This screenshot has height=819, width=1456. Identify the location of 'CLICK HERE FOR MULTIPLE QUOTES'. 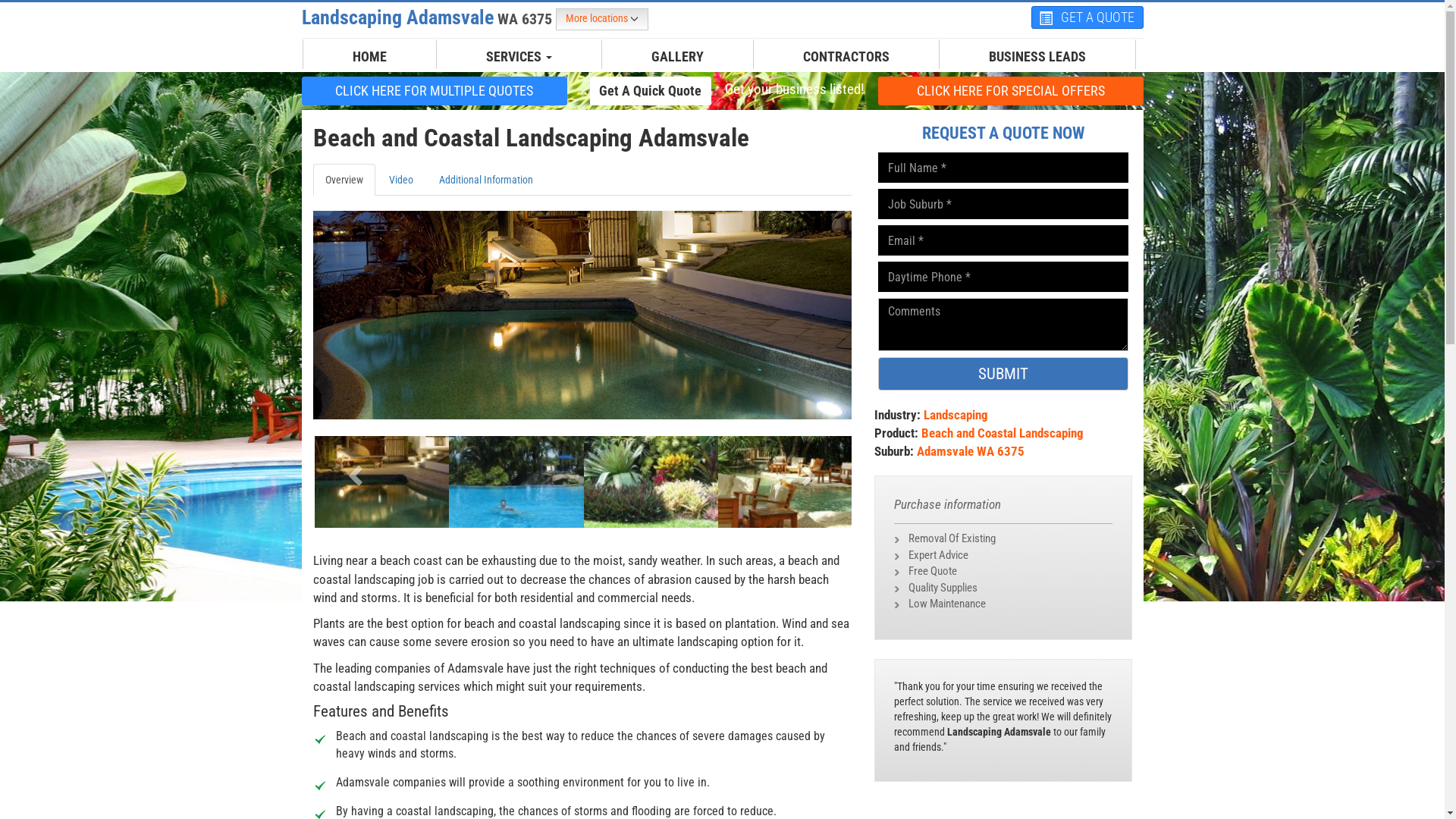
(433, 90).